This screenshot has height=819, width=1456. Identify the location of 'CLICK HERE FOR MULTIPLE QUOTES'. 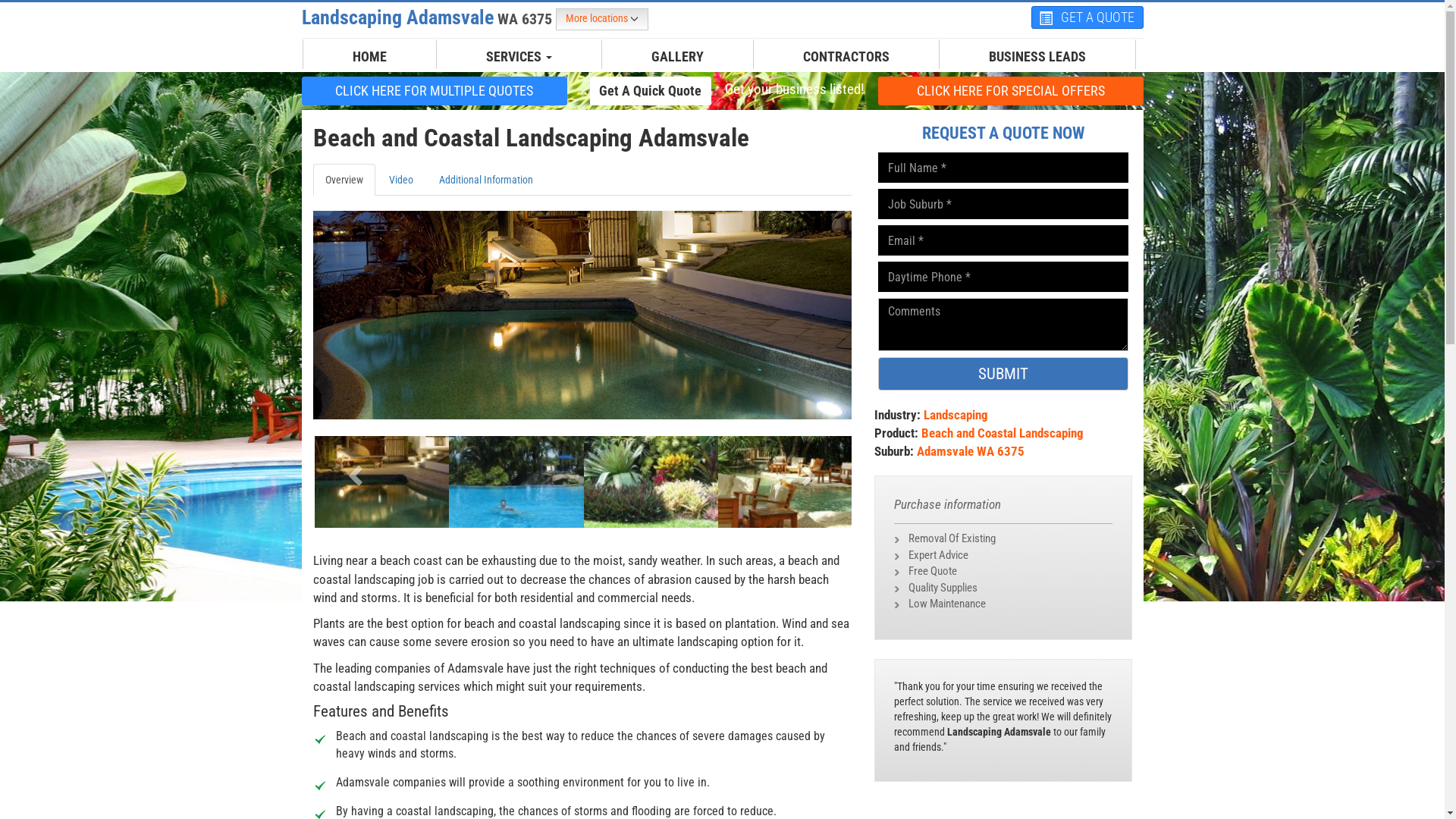
(433, 90).